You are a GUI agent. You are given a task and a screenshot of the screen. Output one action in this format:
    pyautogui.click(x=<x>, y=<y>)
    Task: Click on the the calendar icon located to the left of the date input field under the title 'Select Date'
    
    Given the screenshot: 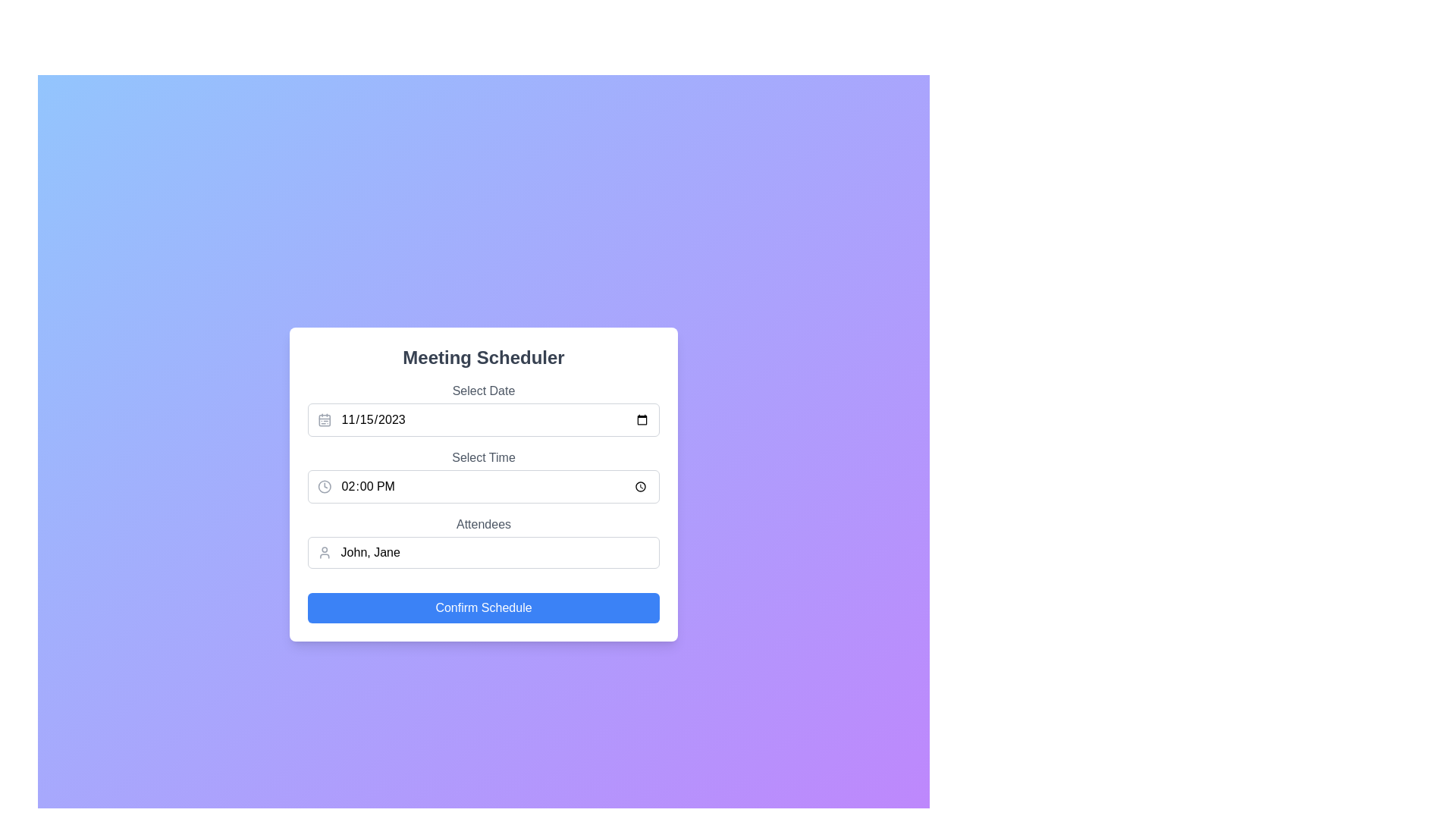 What is the action you would take?
    pyautogui.click(x=323, y=420)
    